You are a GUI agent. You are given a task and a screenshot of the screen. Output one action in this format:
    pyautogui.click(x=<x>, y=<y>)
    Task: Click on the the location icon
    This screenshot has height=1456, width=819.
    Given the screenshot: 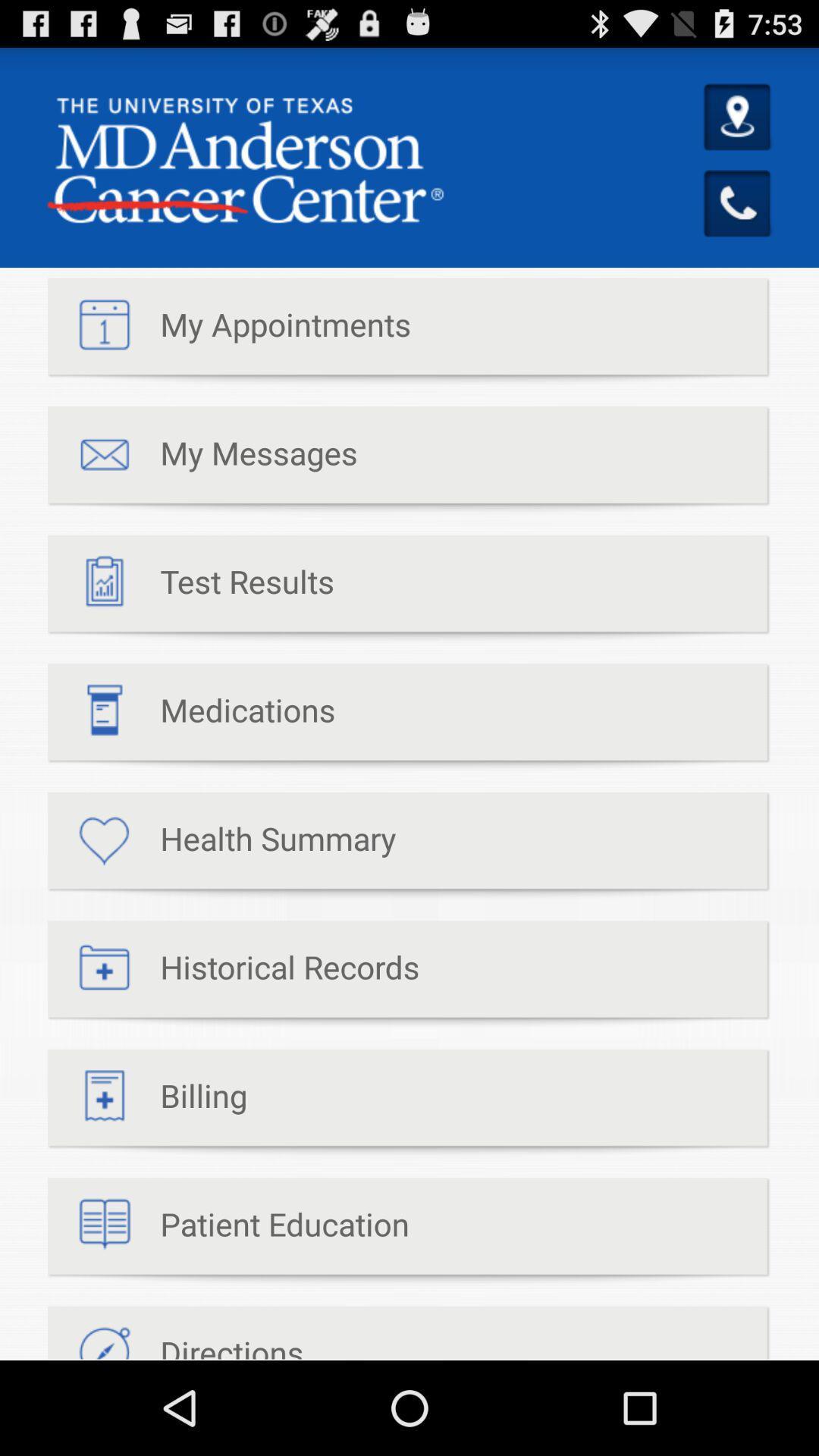 What is the action you would take?
    pyautogui.click(x=738, y=131)
    